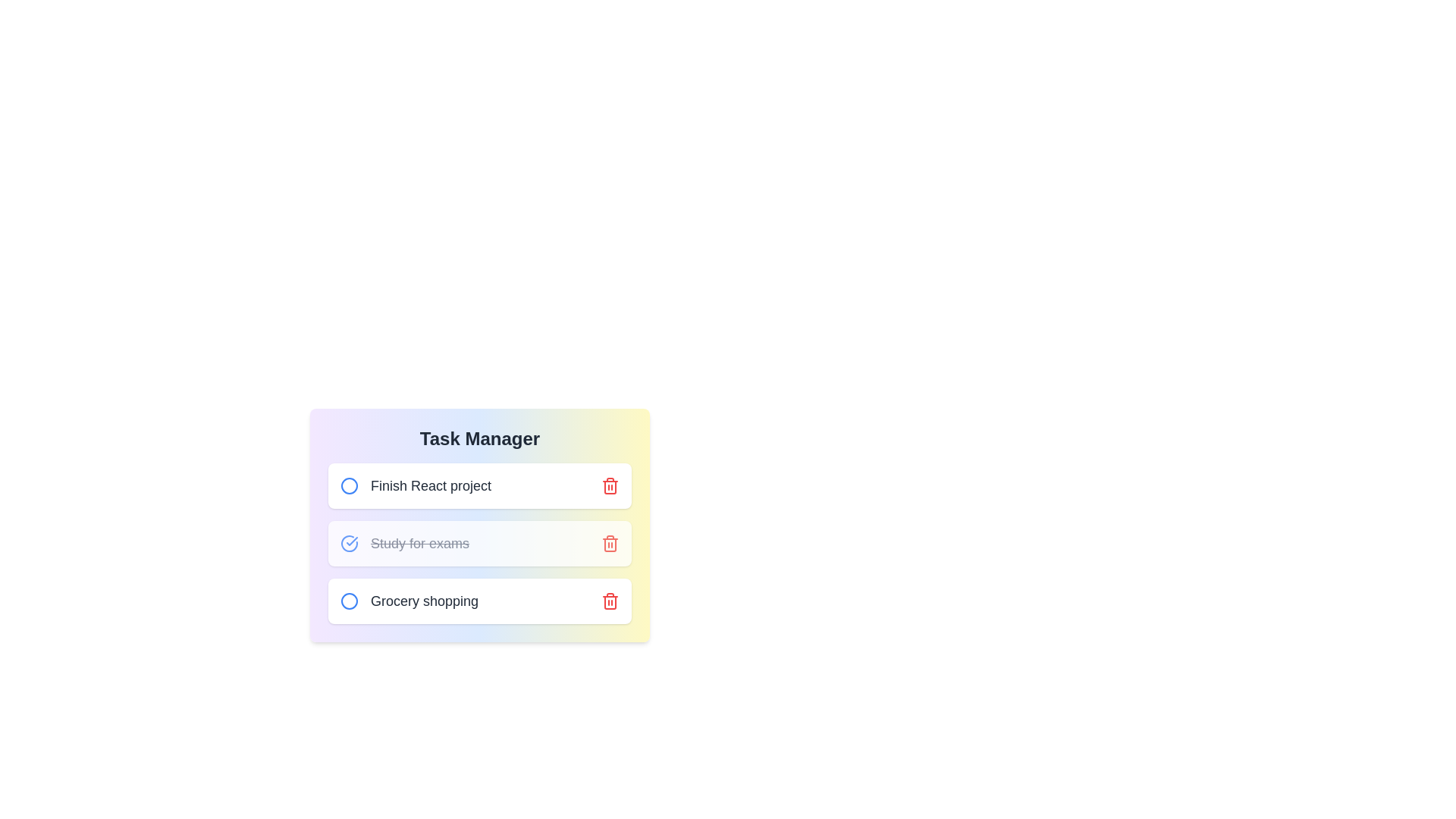 The width and height of the screenshot is (1456, 819). What do you see at coordinates (610, 543) in the screenshot?
I see `the delete icon to remove the task Study for exams` at bounding box center [610, 543].